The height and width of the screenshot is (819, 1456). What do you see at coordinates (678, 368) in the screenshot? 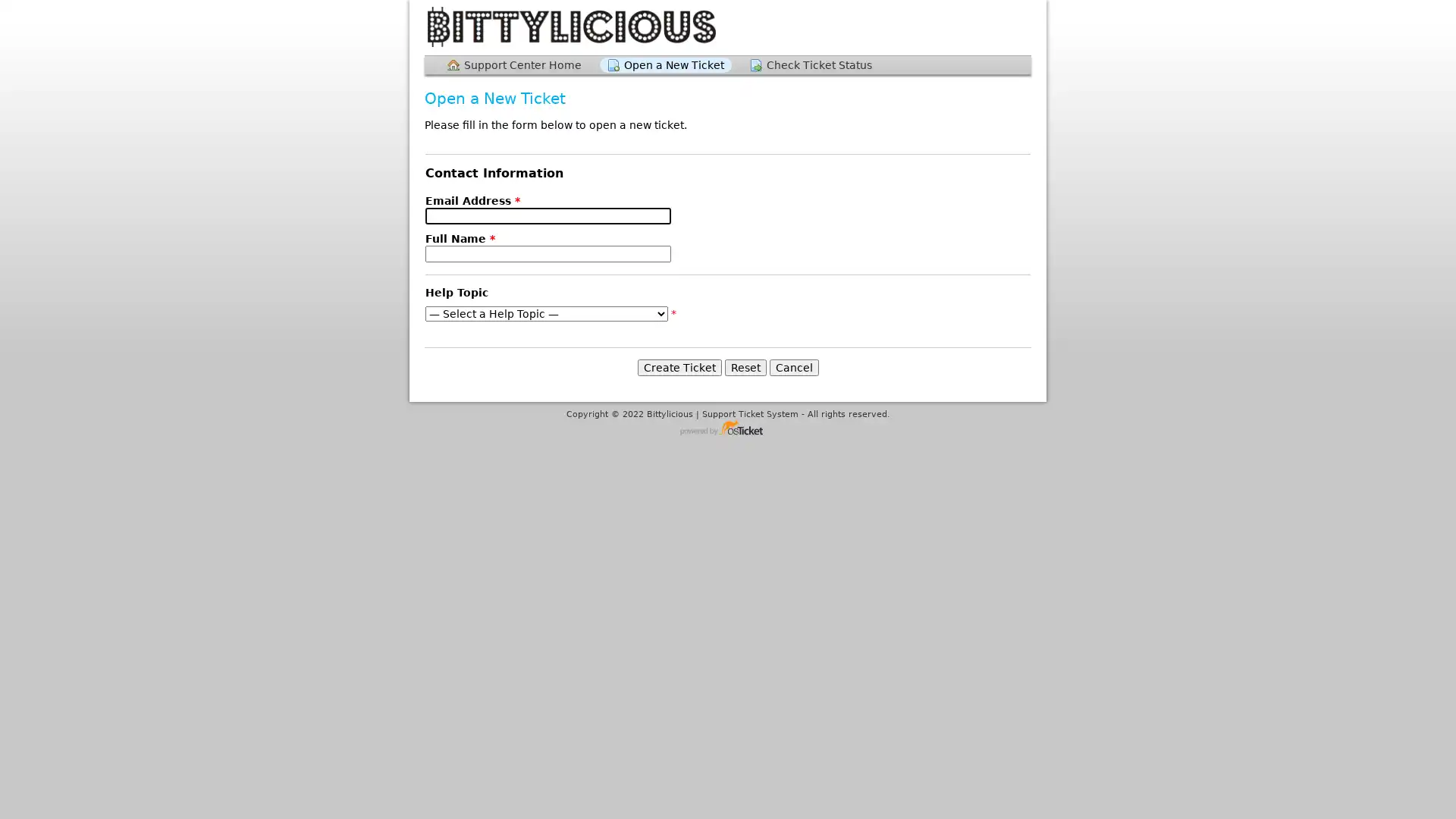
I see `Create Ticket` at bounding box center [678, 368].